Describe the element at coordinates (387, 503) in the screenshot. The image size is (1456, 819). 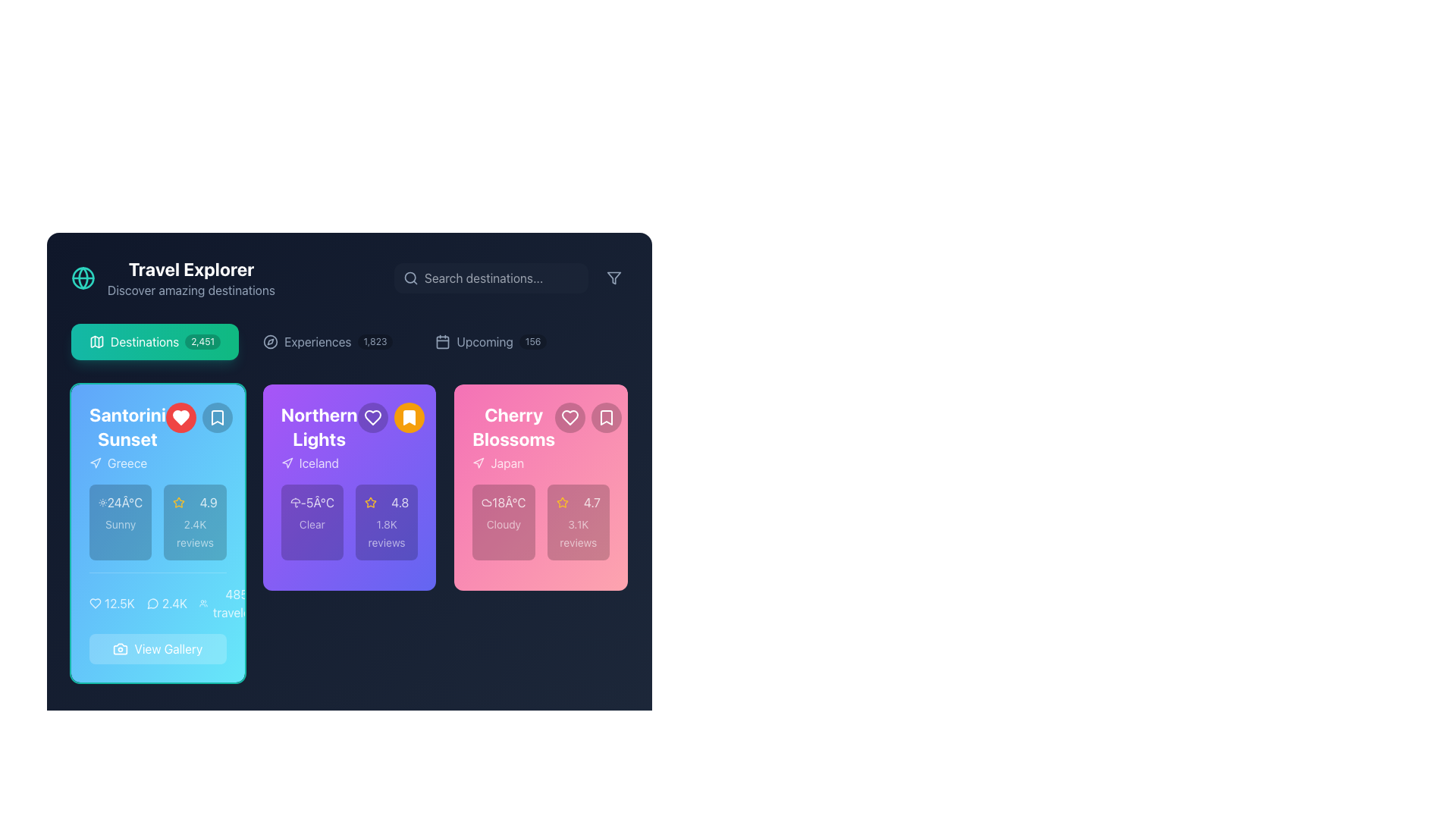
I see `the visual representation of the rating score for the 'Northern Lights' experience, located in the upper-center part of the purple card next to the yellow star icon` at that location.